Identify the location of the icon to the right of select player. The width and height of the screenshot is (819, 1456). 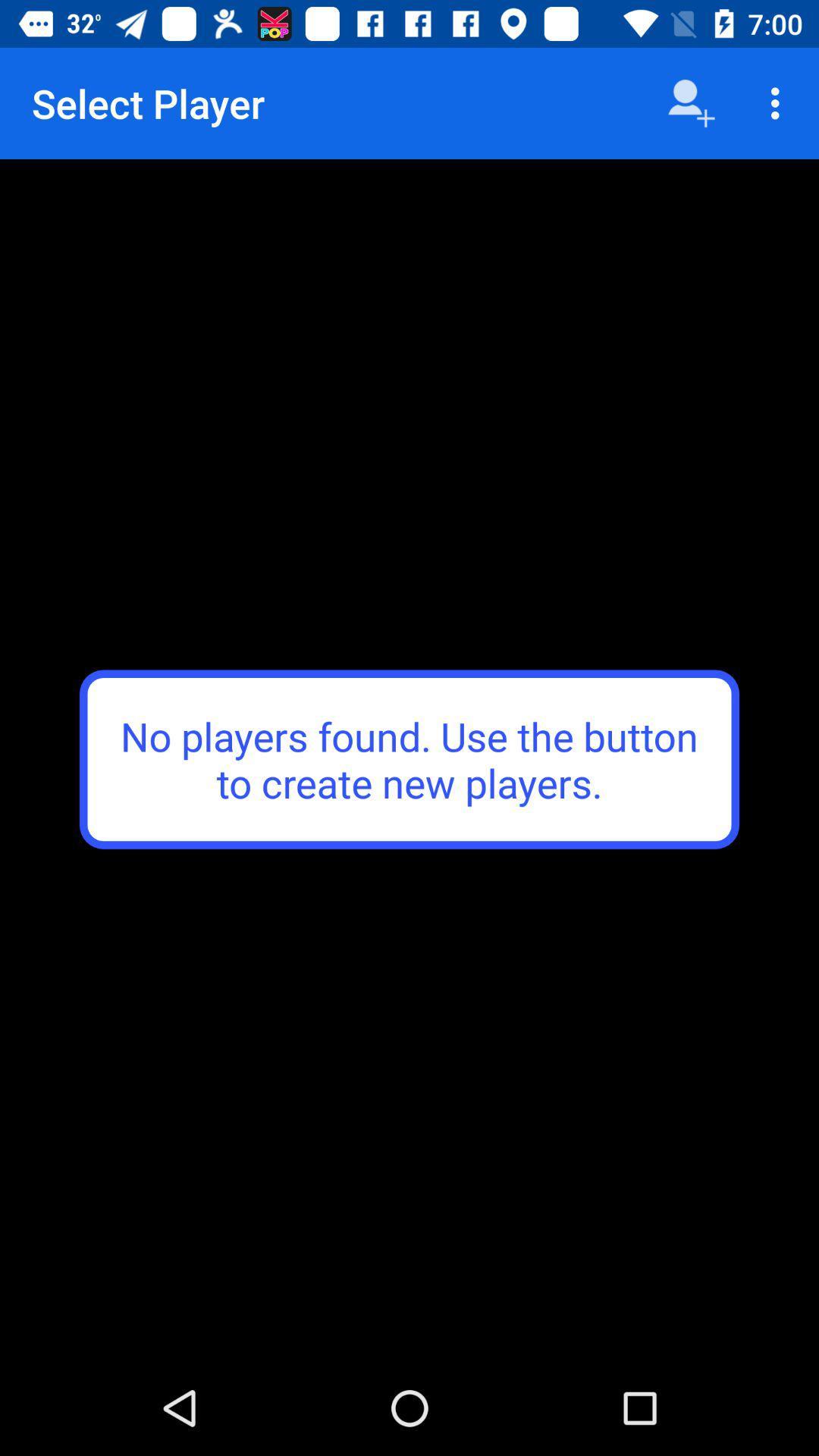
(691, 102).